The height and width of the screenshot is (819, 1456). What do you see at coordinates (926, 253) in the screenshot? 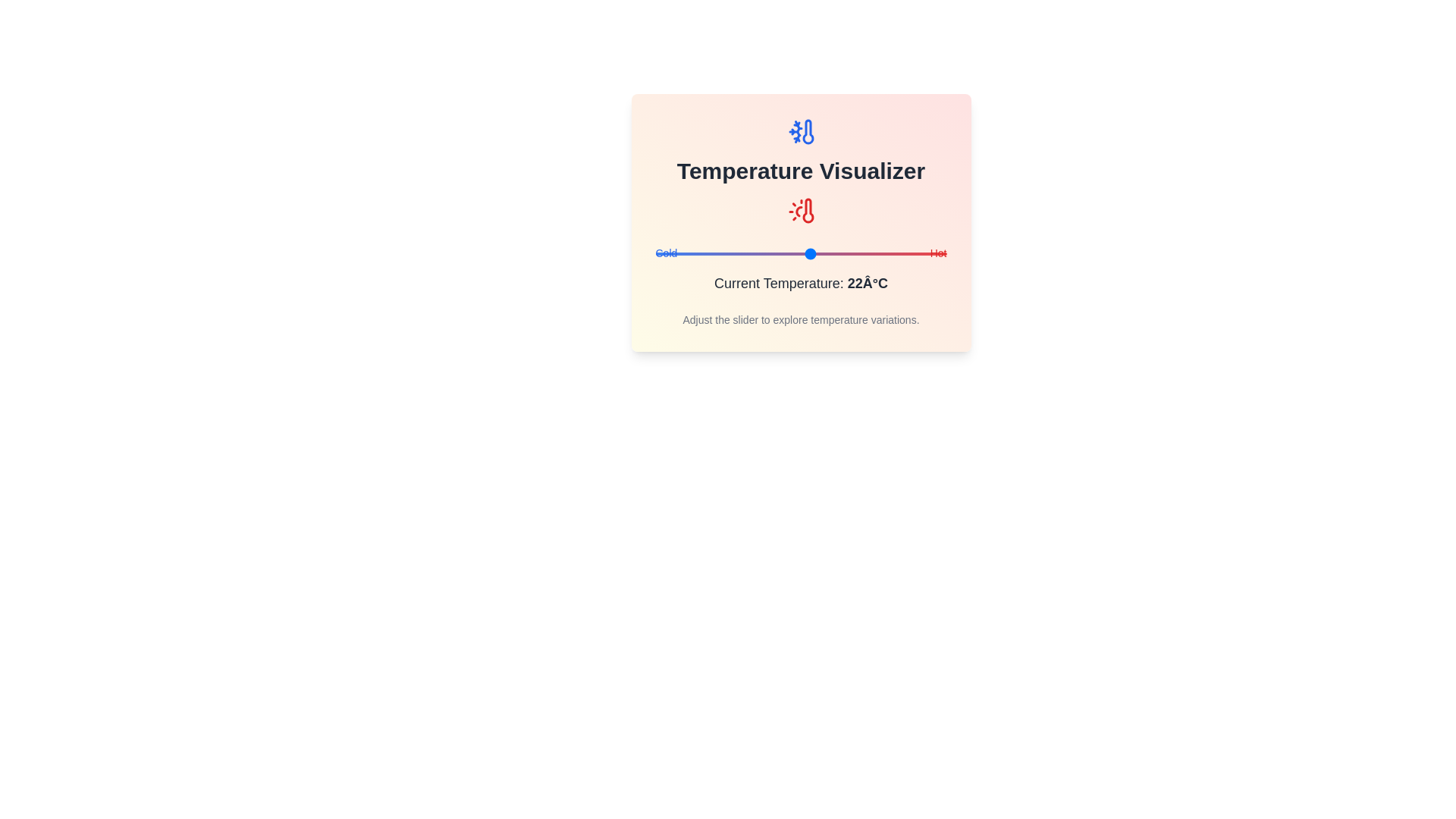
I see `the slider to set the temperature to 46°C` at bounding box center [926, 253].